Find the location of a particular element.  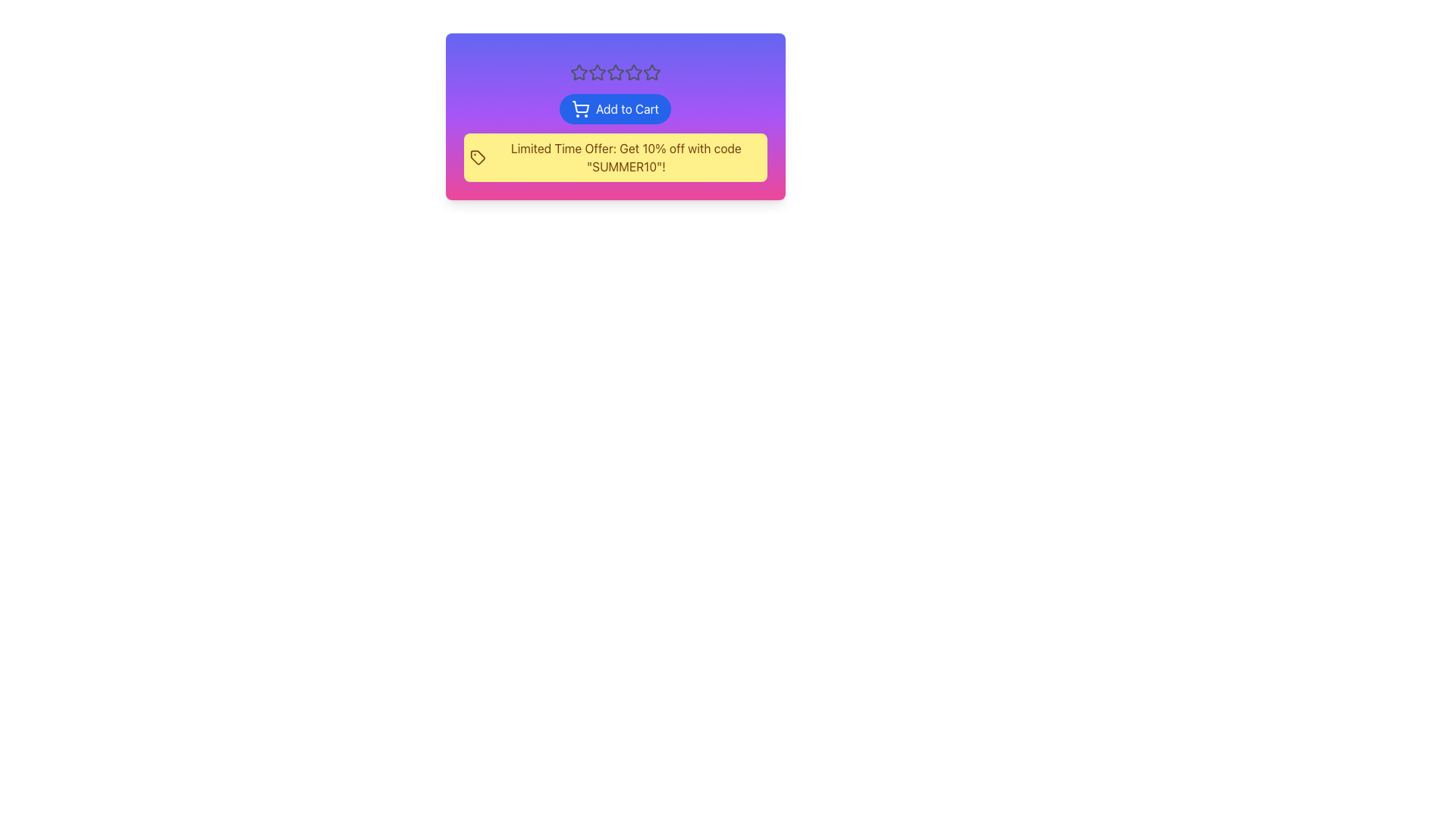

the tag-shaped icon with a dark outline and subdued gold fill, located on the left of a yellow notification bar that contains a discount code message is located at coordinates (476, 158).